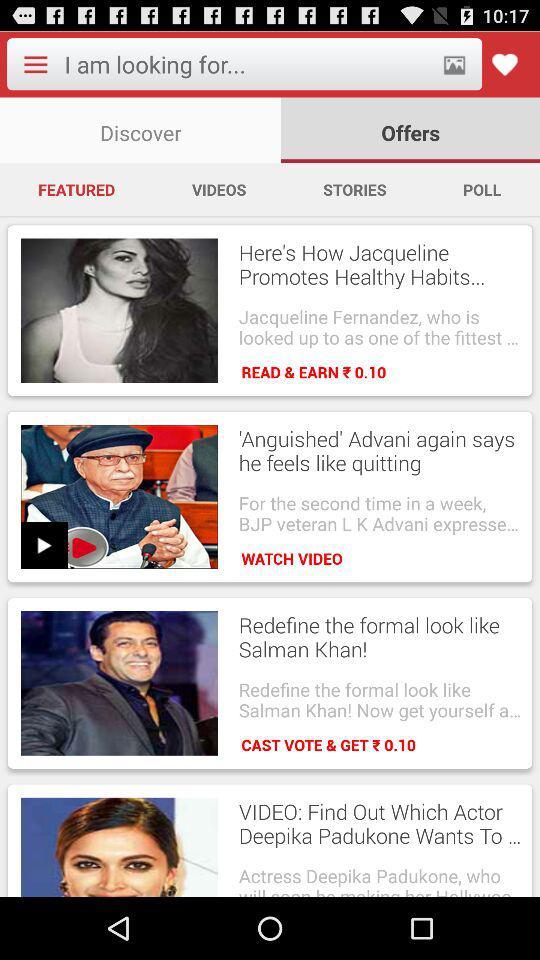 The height and width of the screenshot is (960, 540). I want to click on shows heart symbol, so click(503, 64).